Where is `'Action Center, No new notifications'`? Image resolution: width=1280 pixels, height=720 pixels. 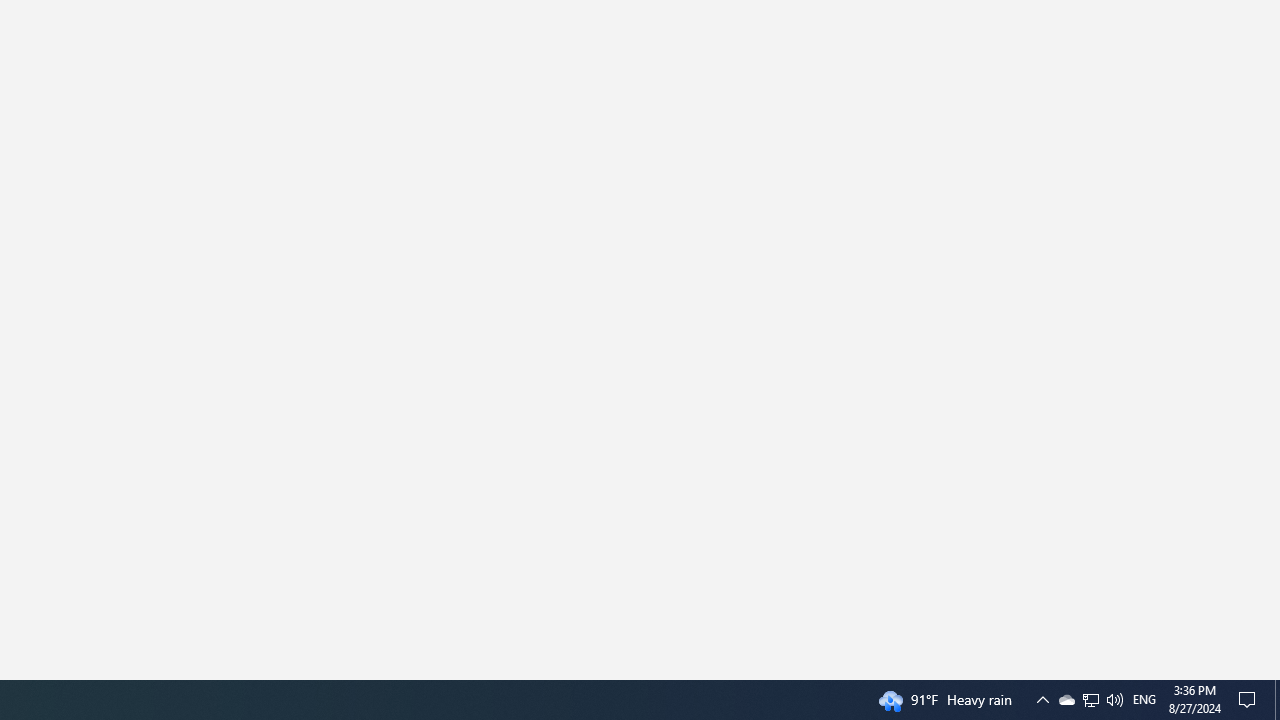 'Action Center, No new notifications' is located at coordinates (1250, 698).